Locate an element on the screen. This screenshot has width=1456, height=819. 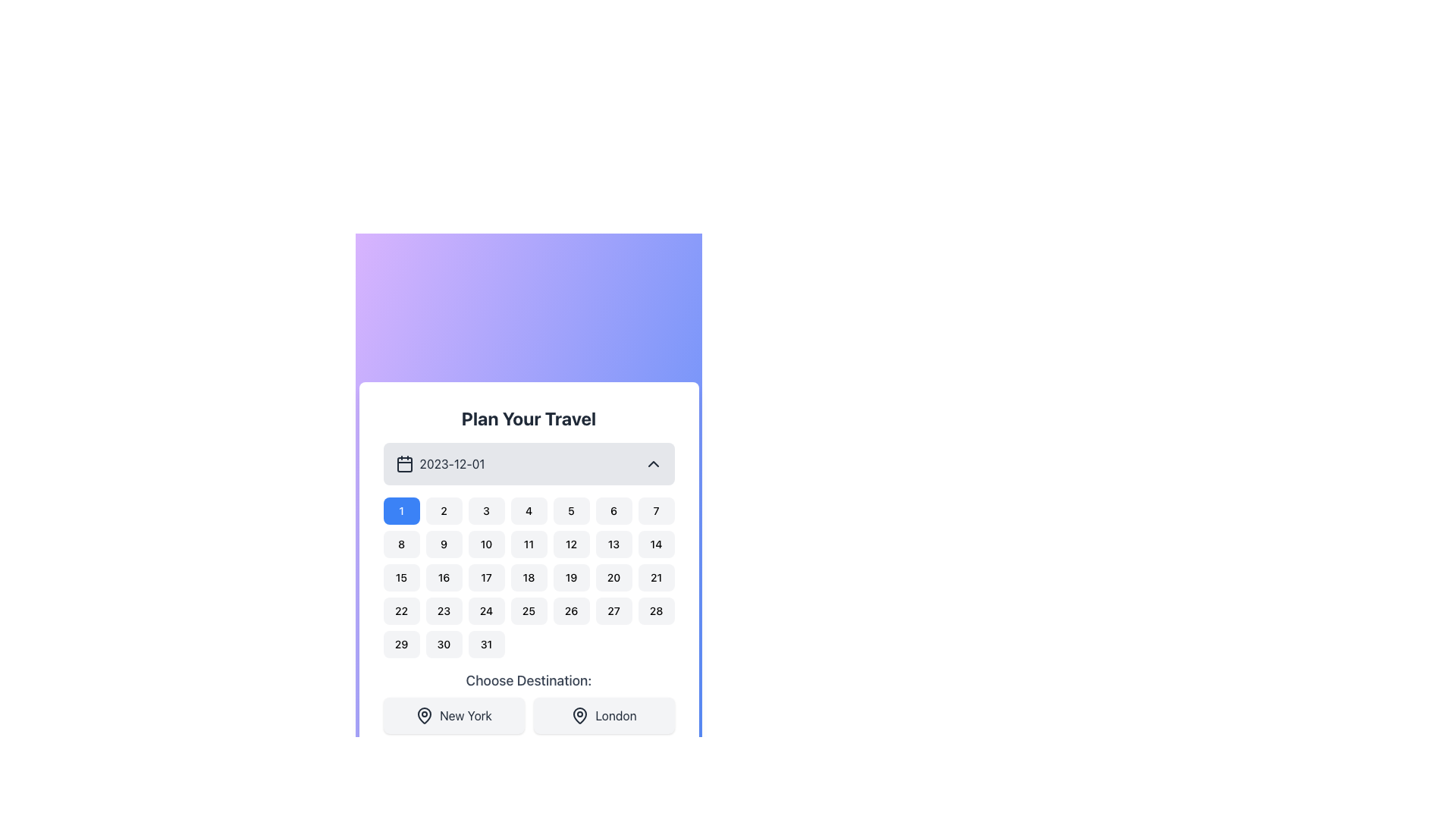
the non-interactive display component that shows the date '2023-12-01' alongside a calendar icon, located below the heading 'Plan Your Travel' is located at coordinates (439, 463).